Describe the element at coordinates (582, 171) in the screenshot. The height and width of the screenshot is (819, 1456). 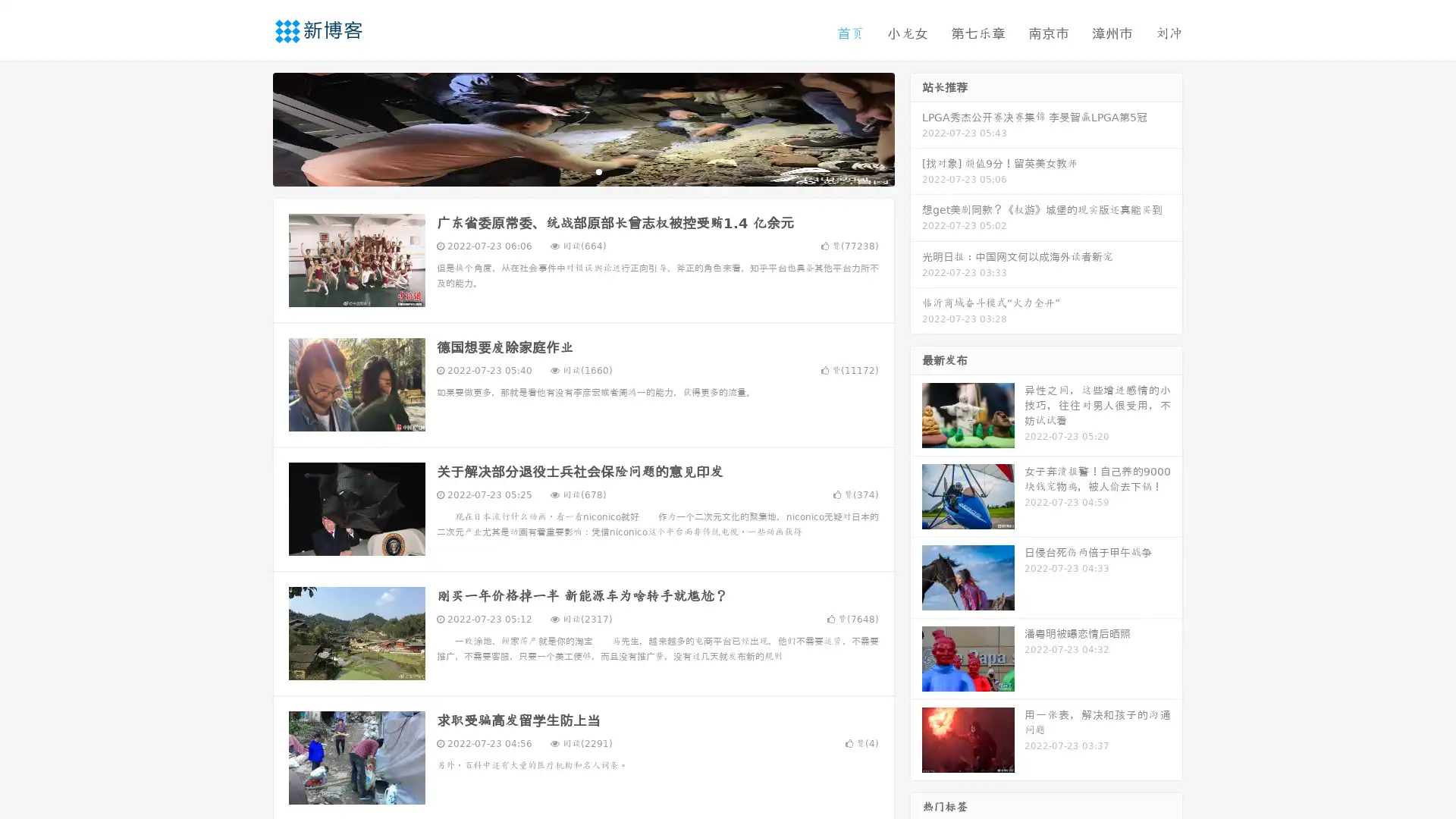
I see `Go to slide 2` at that location.